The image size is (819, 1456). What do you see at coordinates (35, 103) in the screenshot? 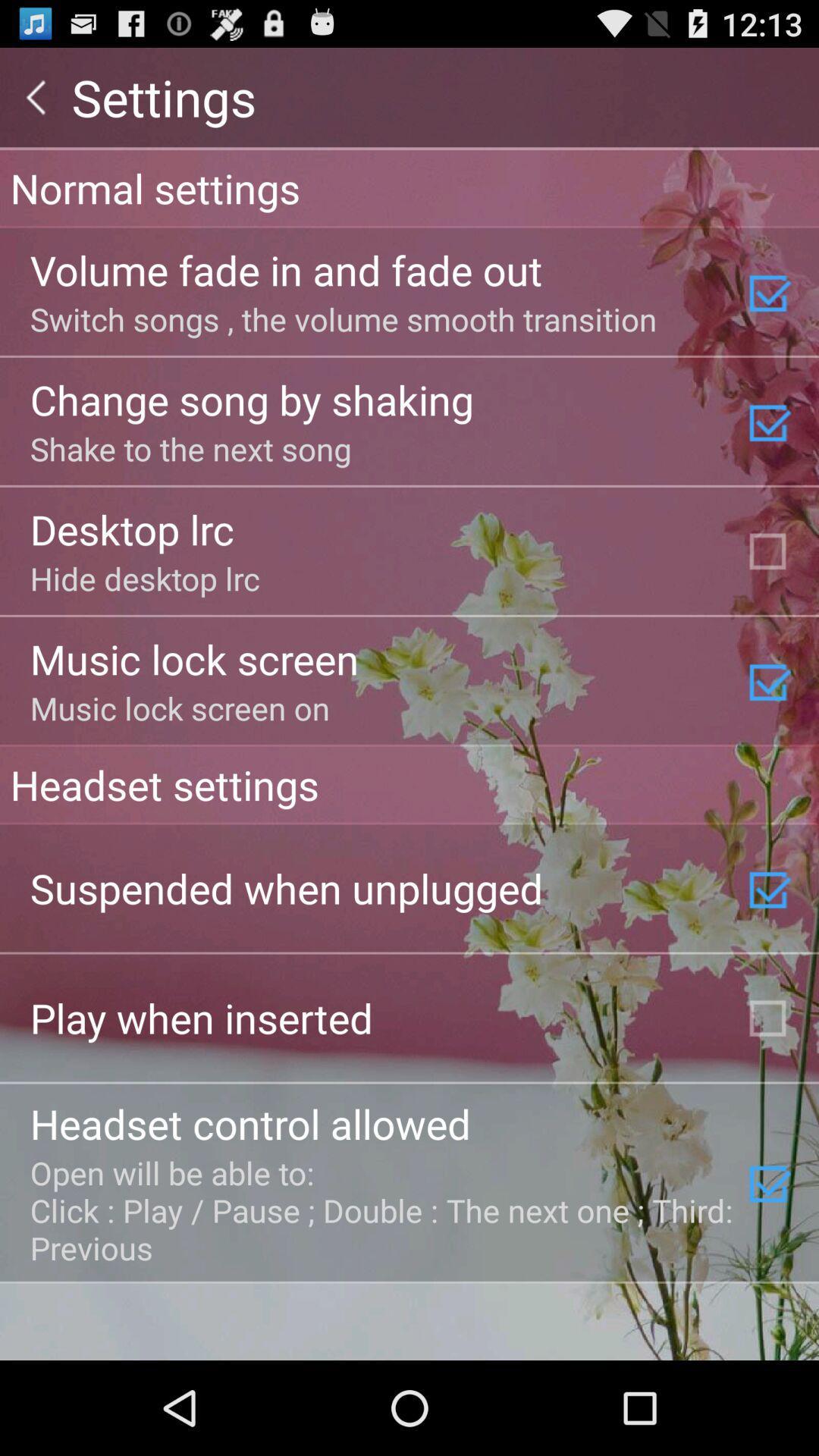
I see `the arrow_backward icon` at bounding box center [35, 103].